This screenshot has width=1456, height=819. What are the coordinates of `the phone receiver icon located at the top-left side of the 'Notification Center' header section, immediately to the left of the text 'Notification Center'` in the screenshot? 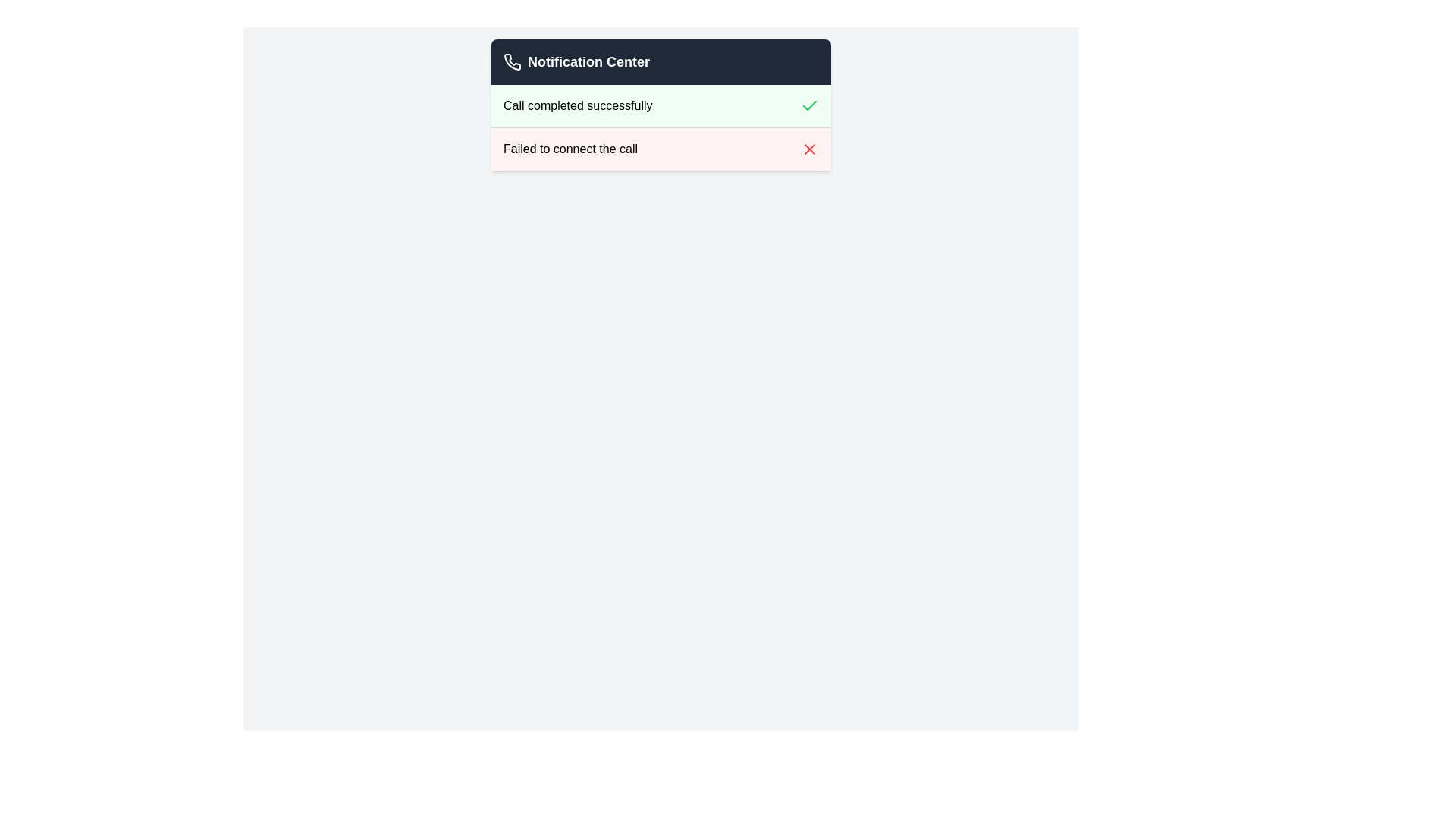 It's located at (513, 61).